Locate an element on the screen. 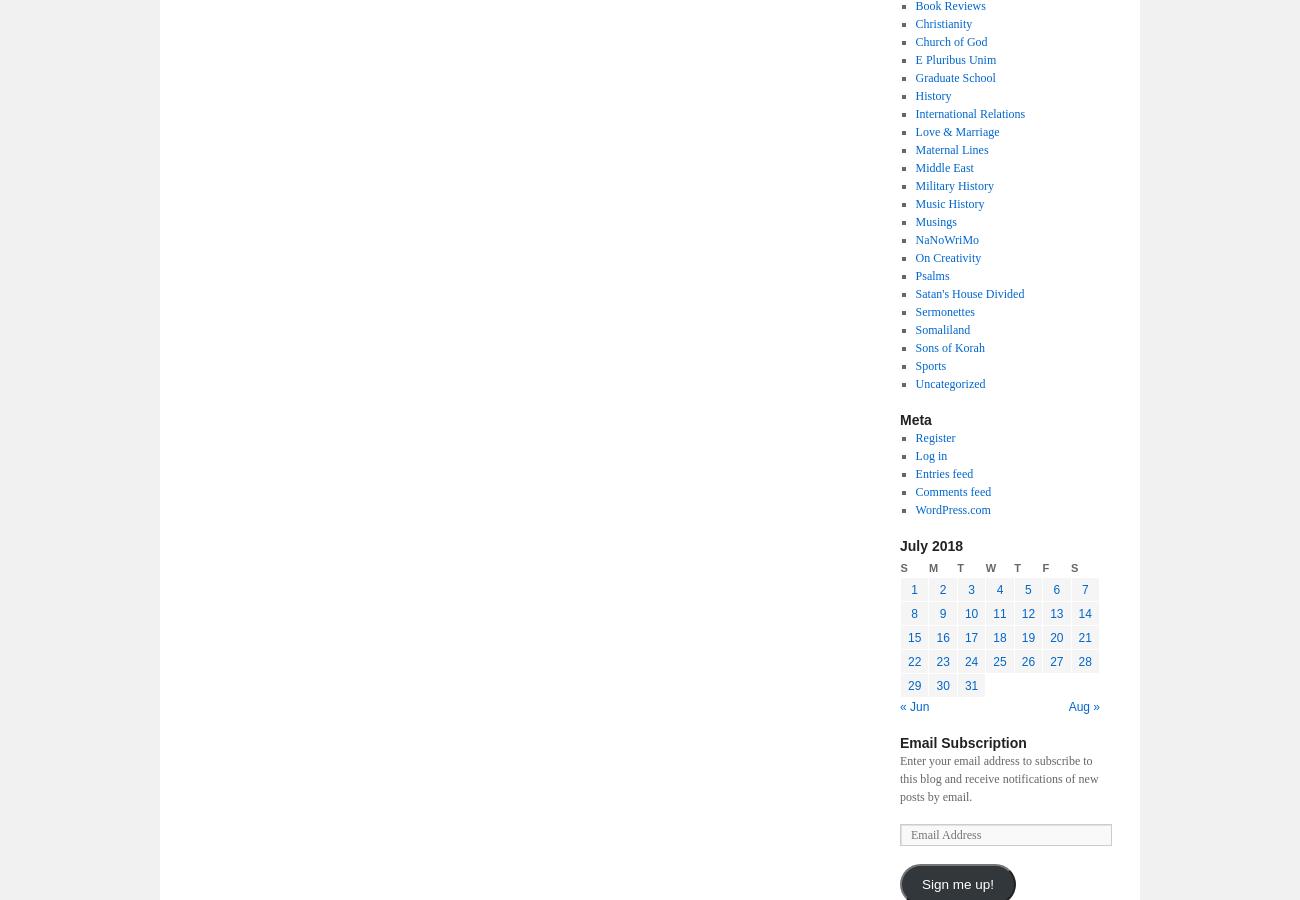 Image resolution: width=1300 pixels, height=900 pixels. '7' is located at coordinates (1083, 590).